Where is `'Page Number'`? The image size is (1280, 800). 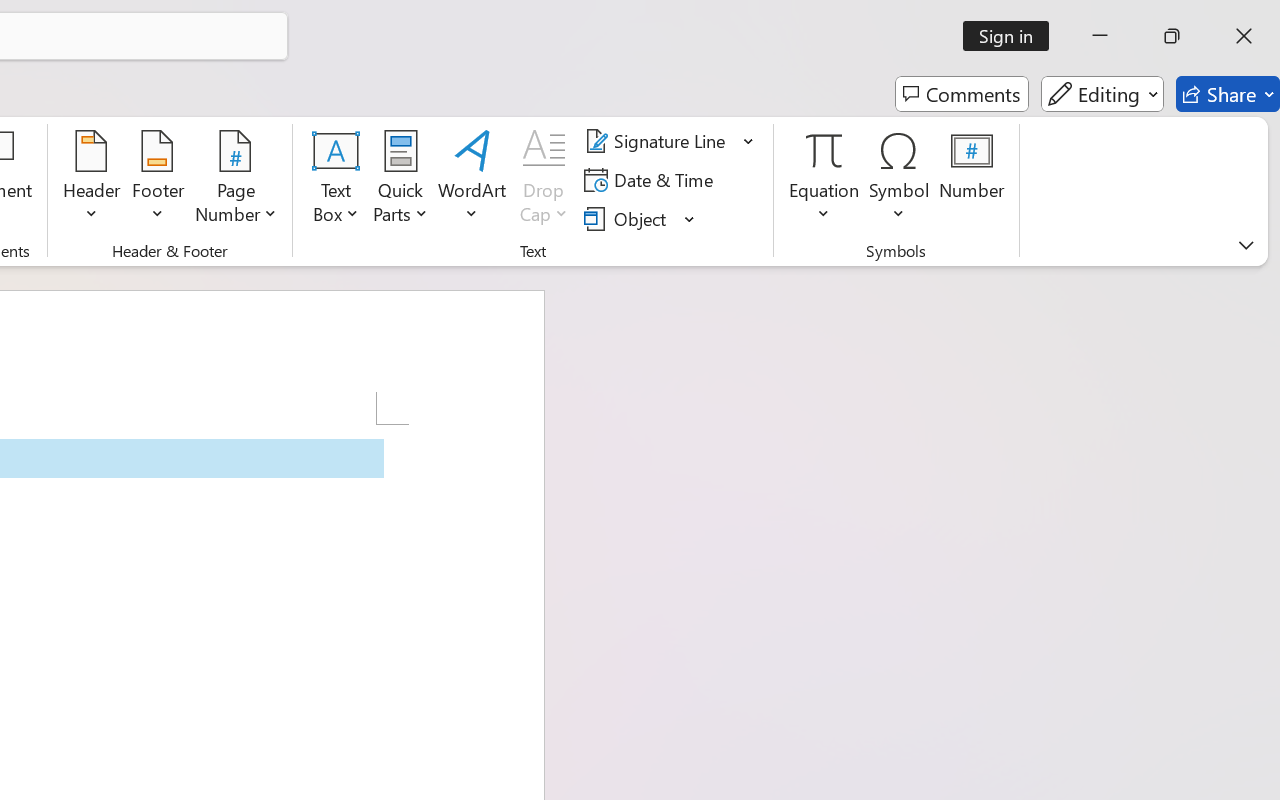
'Page Number' is located at coordinates (236, 179).